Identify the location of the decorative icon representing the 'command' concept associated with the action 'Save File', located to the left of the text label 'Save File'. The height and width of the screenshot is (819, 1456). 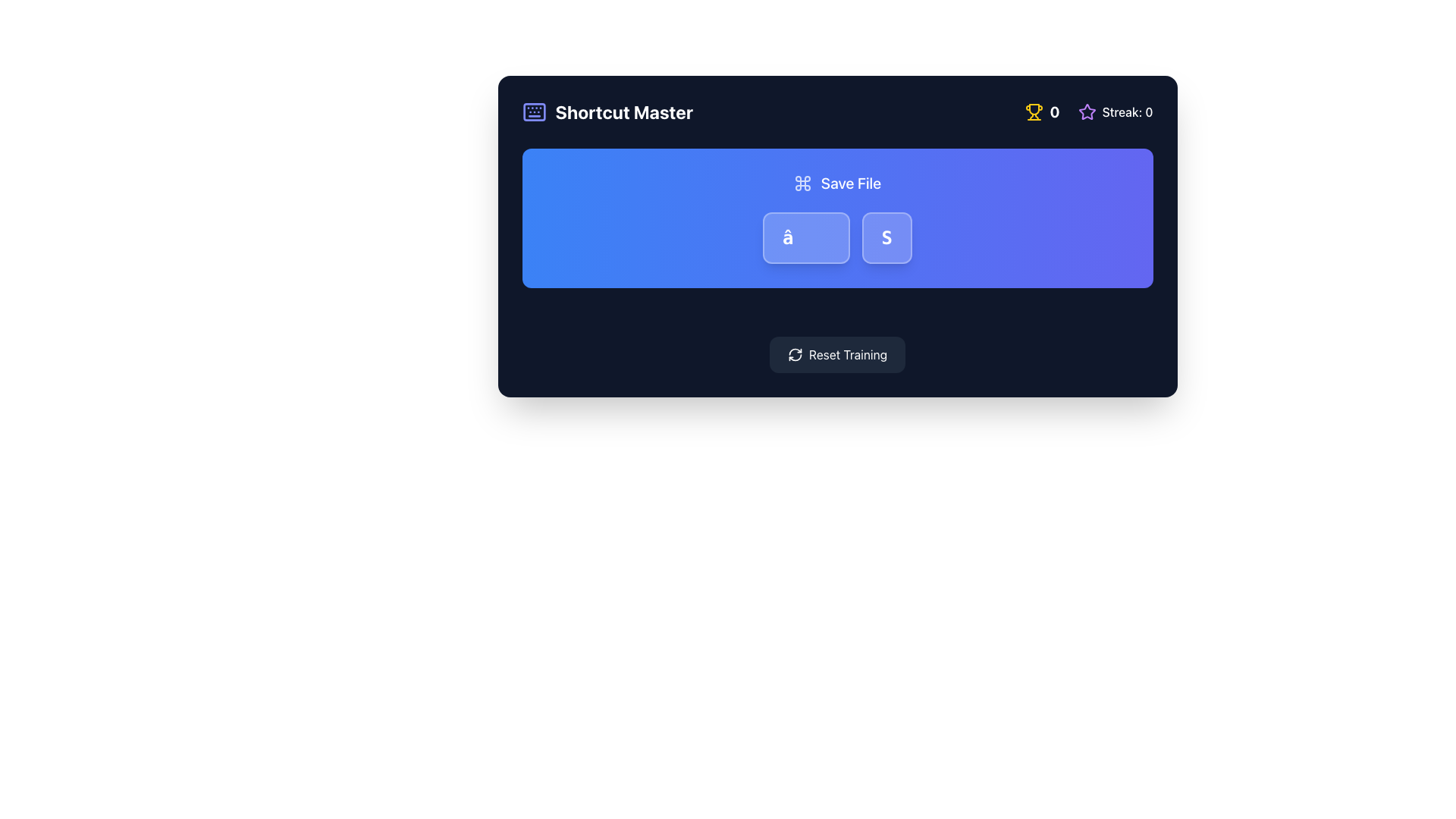
(802, 183).